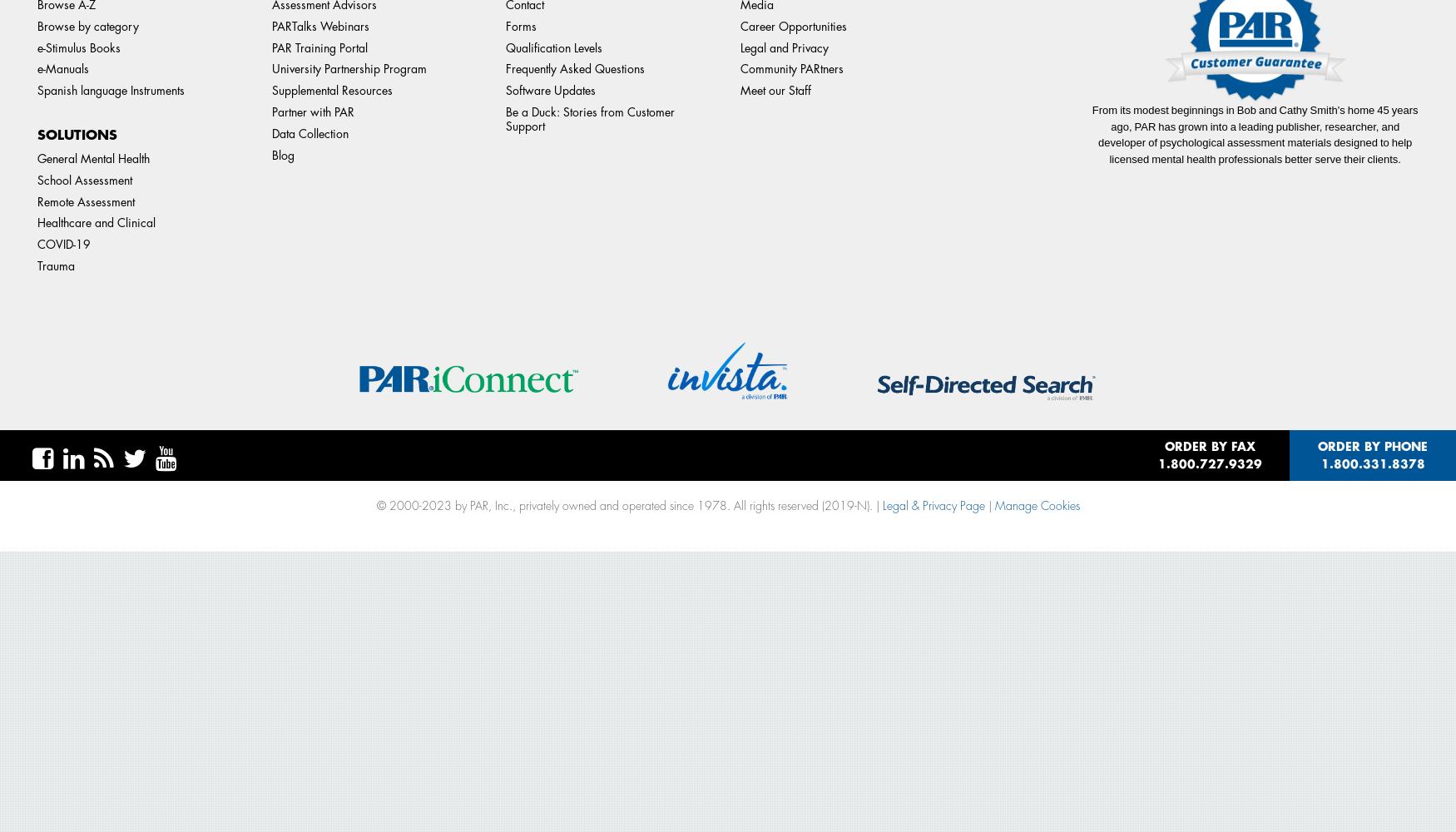  What do you see at coordinates (933, 504) in the screenshot?
I see `'Legal & Privacy Page'` at bounding box center [933, 504].